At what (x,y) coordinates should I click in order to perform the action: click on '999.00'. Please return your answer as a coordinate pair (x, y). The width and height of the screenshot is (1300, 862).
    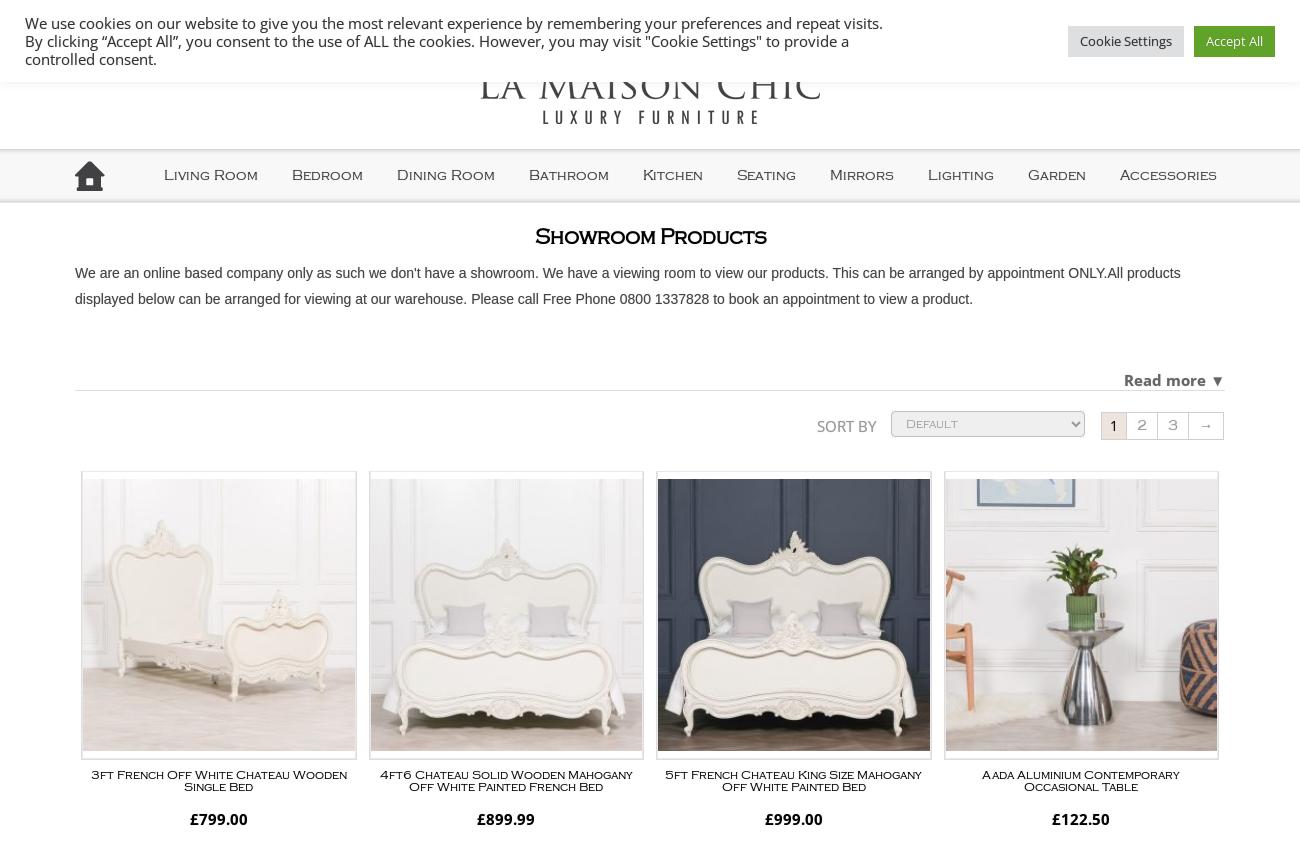
    Looking at the image, I should click on (796, 817).